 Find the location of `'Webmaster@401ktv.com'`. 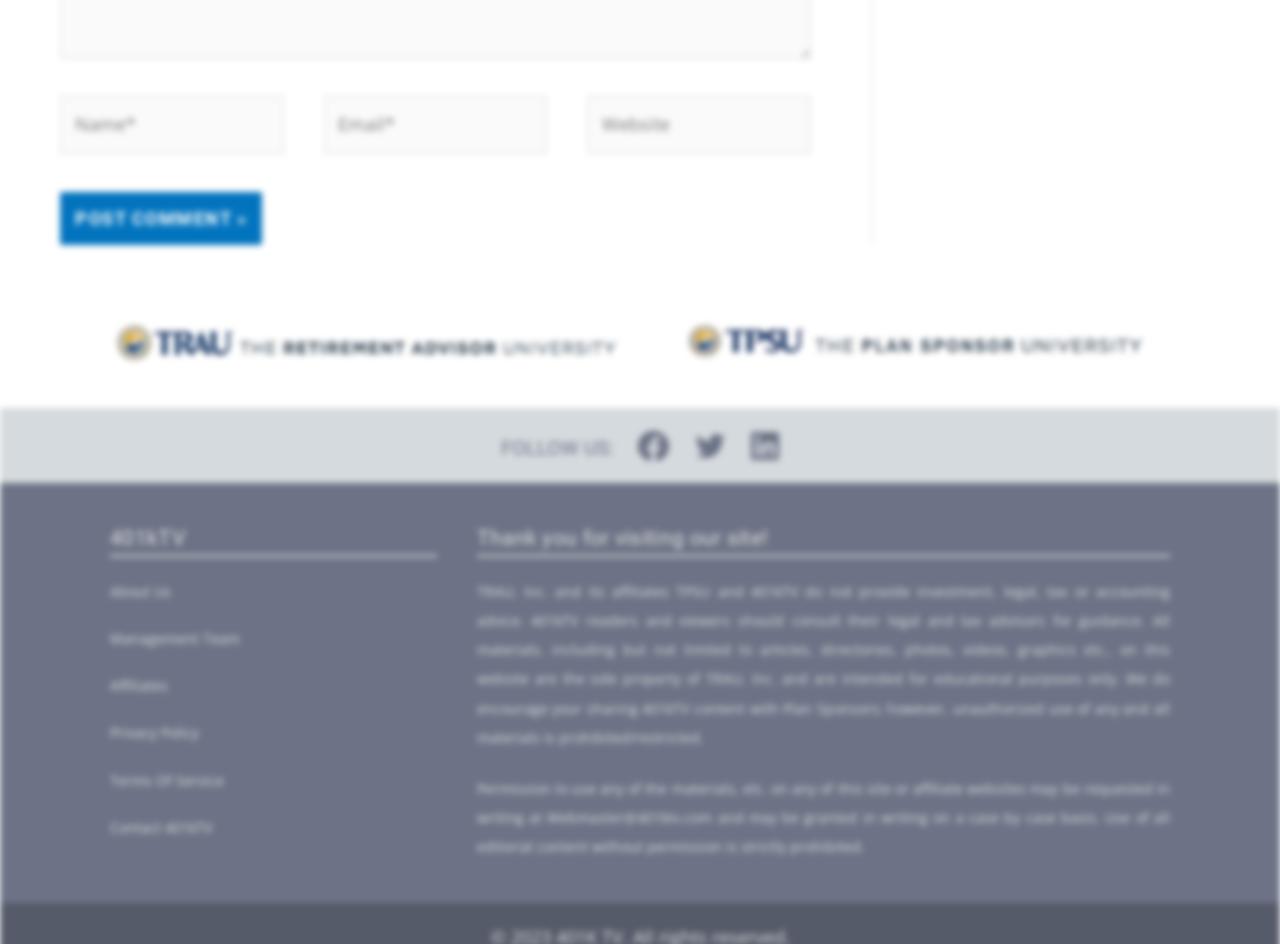

'Webmaster@401ktv.com' is located at coordinates (546, 816).